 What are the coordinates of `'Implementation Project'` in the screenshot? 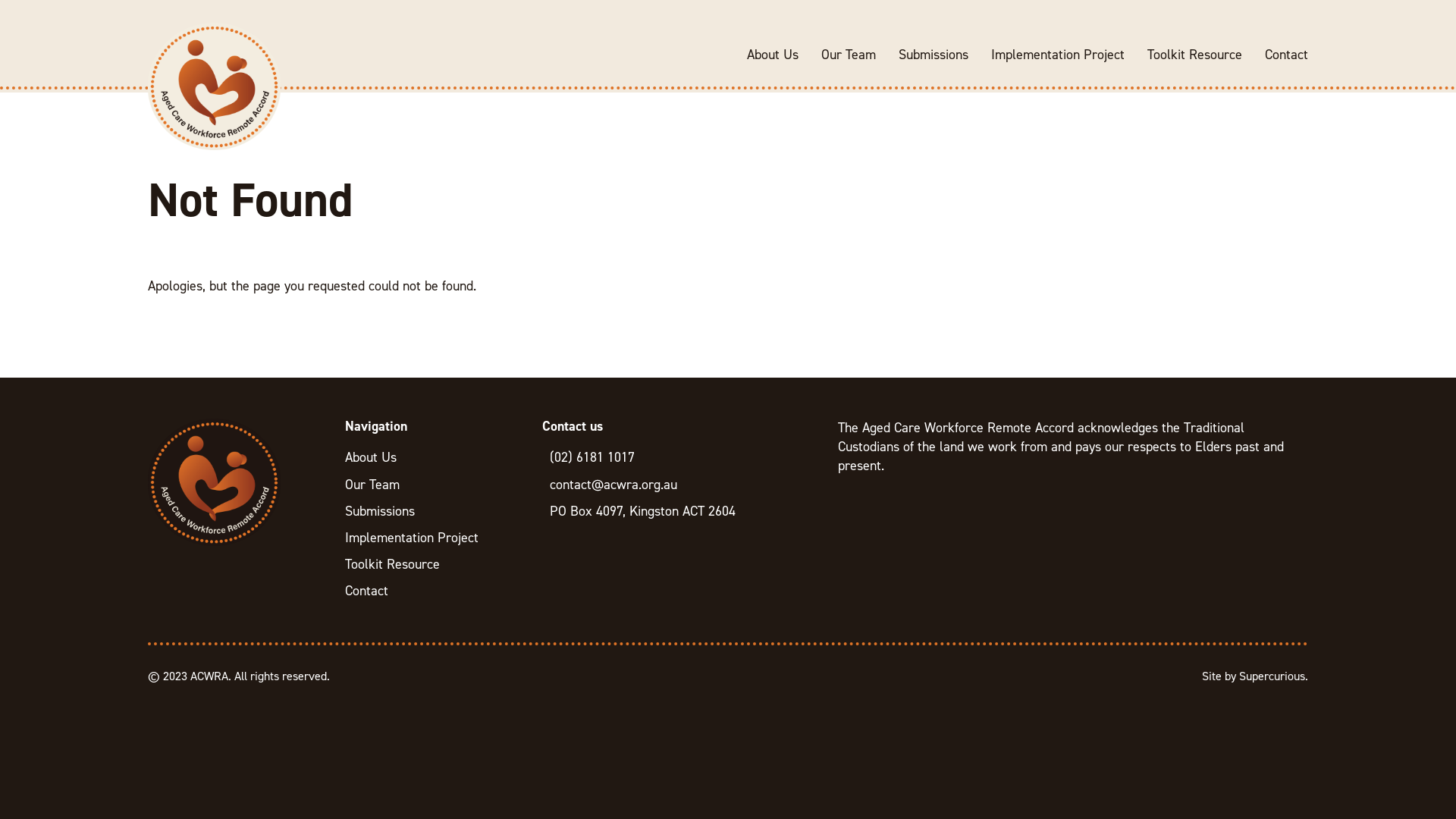 It's located at (431, 537).